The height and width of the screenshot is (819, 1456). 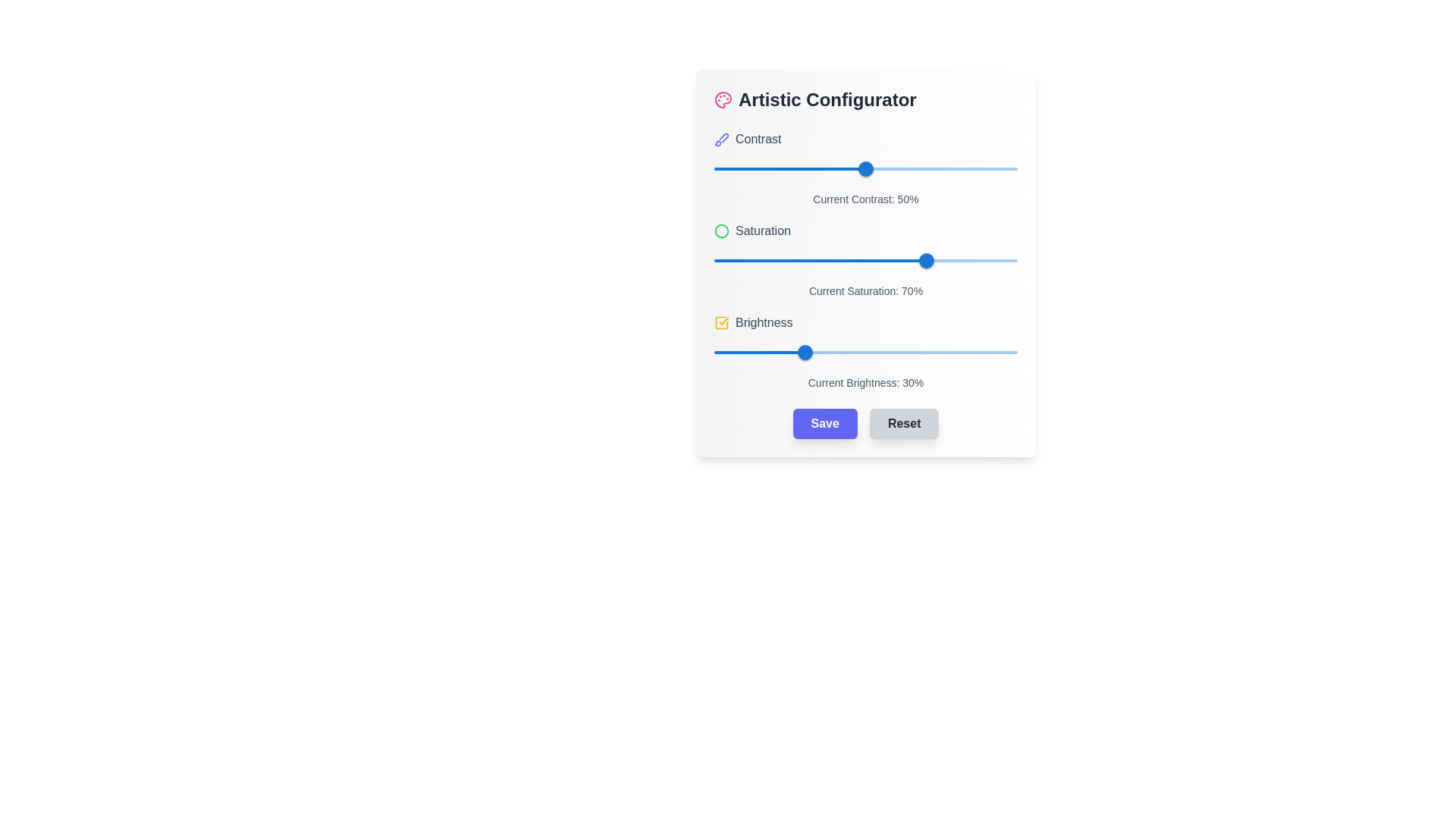 What do you see at coordinates (713, 353) in the screenshot?
I see `the brightness level` at bounding box center [713, 353].